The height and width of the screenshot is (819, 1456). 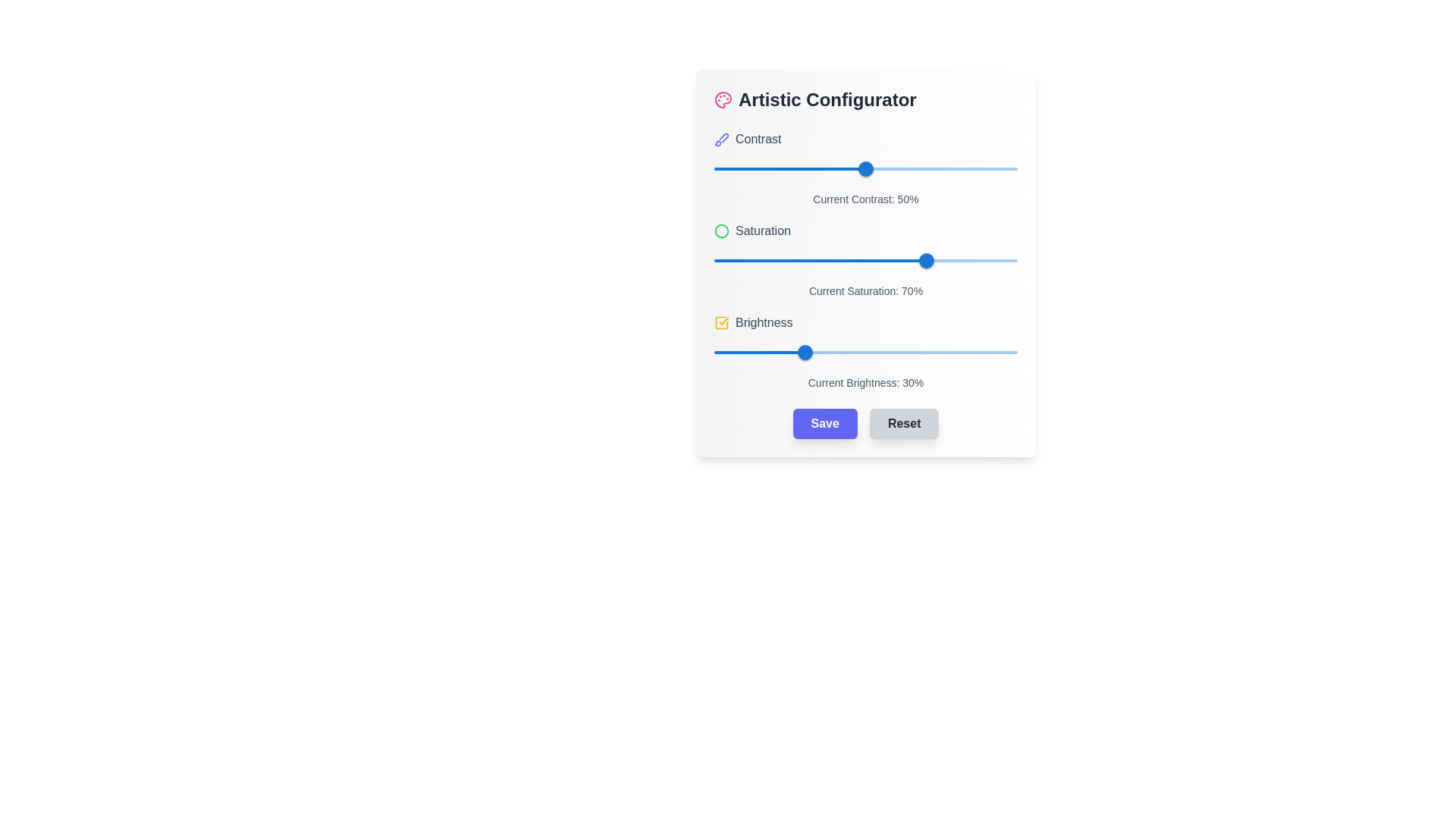 What do you see at coordinates (713, 353) in the screenshot?
I see `the brightness level` at bounding box center [713, 353].